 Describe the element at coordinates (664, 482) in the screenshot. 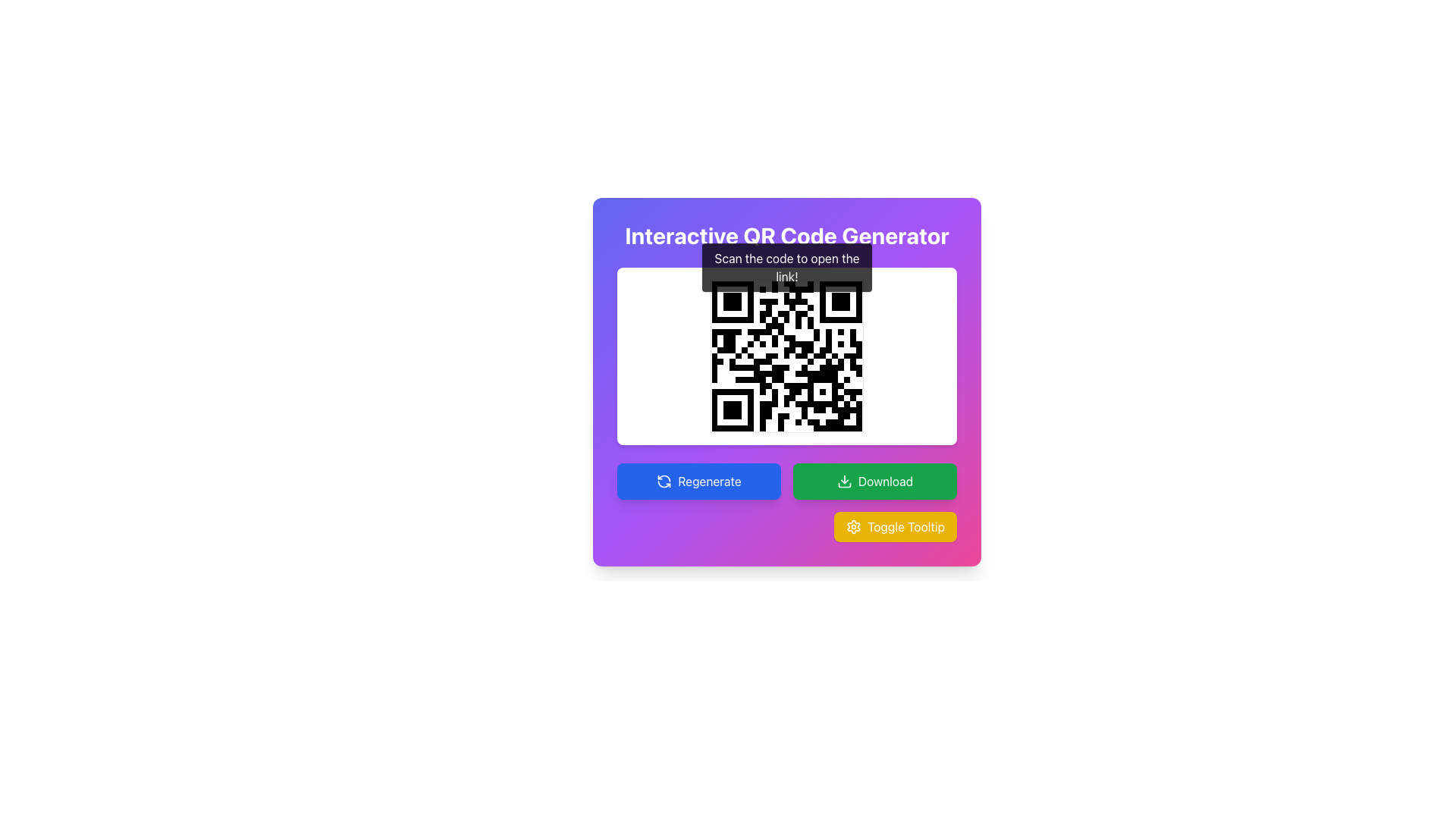

I see `the blue circular arrow-shaped icon labeled 'Regenerate', located in the bottom-left section of the card interface` at that location.